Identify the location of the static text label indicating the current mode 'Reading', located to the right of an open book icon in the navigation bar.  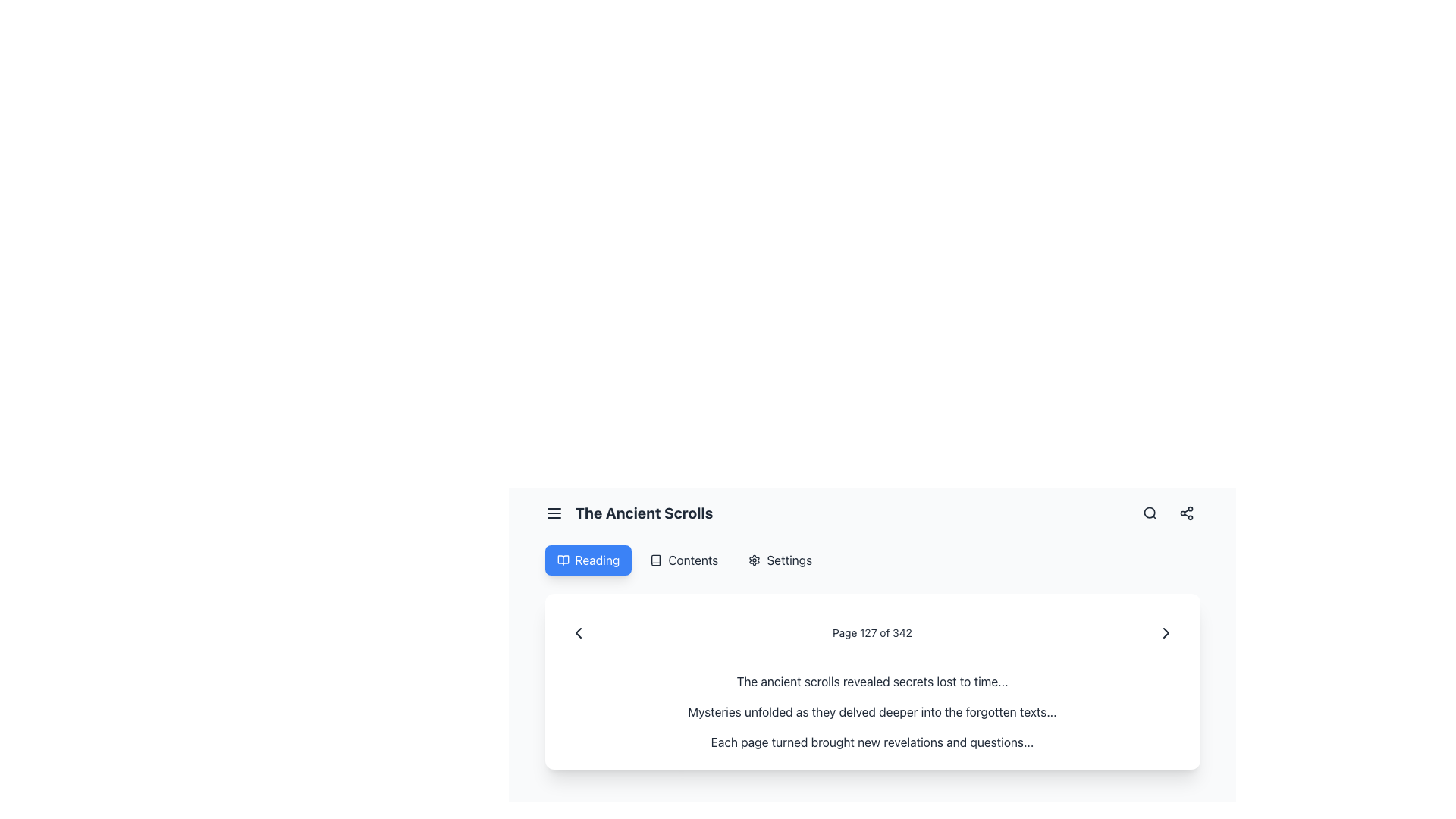
(596, 560).